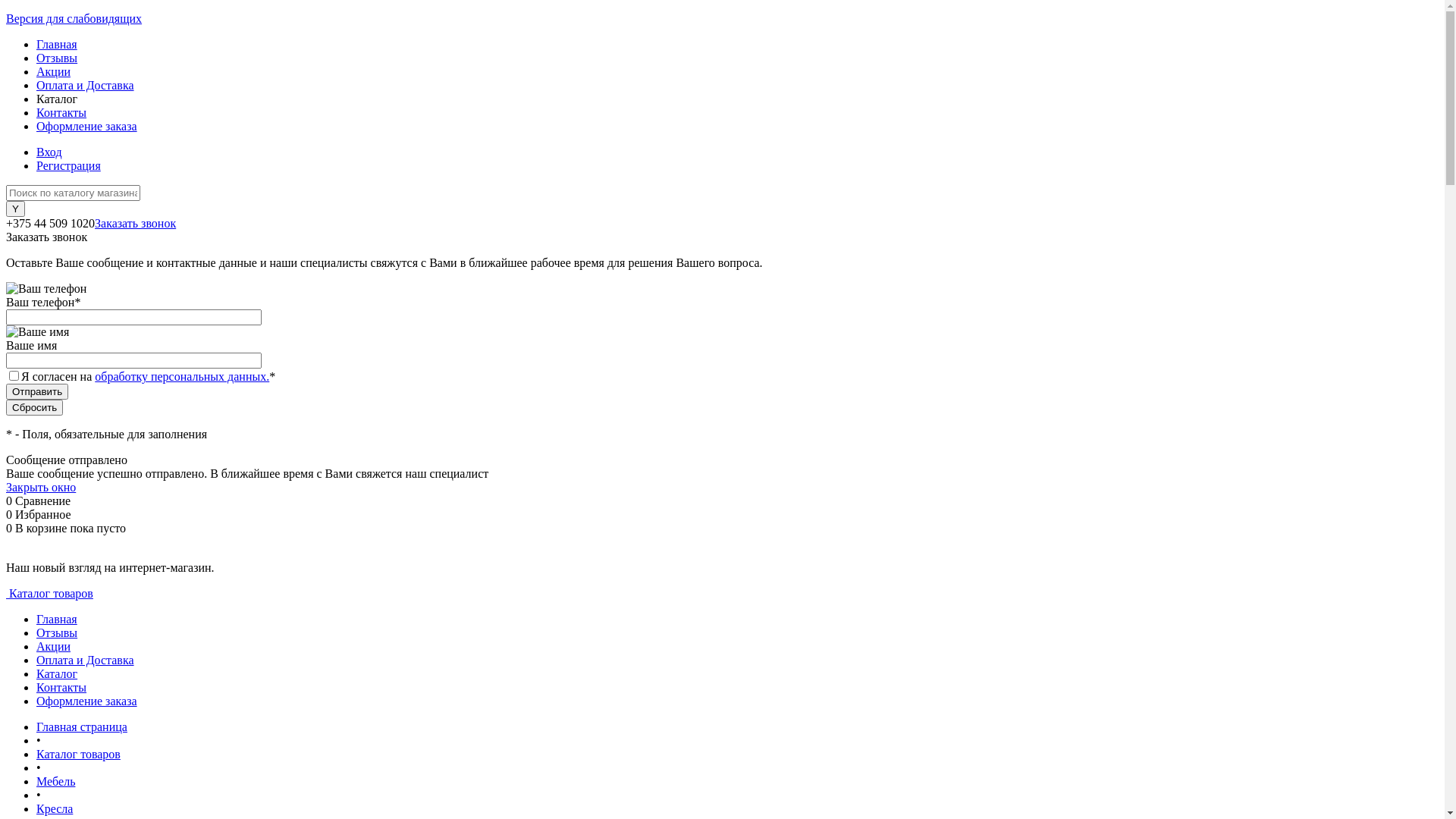 This screenshot has height=819, width=1456. Describe the element at coordinates (6, 513) in the screenshot. I see `'0'` at that location.